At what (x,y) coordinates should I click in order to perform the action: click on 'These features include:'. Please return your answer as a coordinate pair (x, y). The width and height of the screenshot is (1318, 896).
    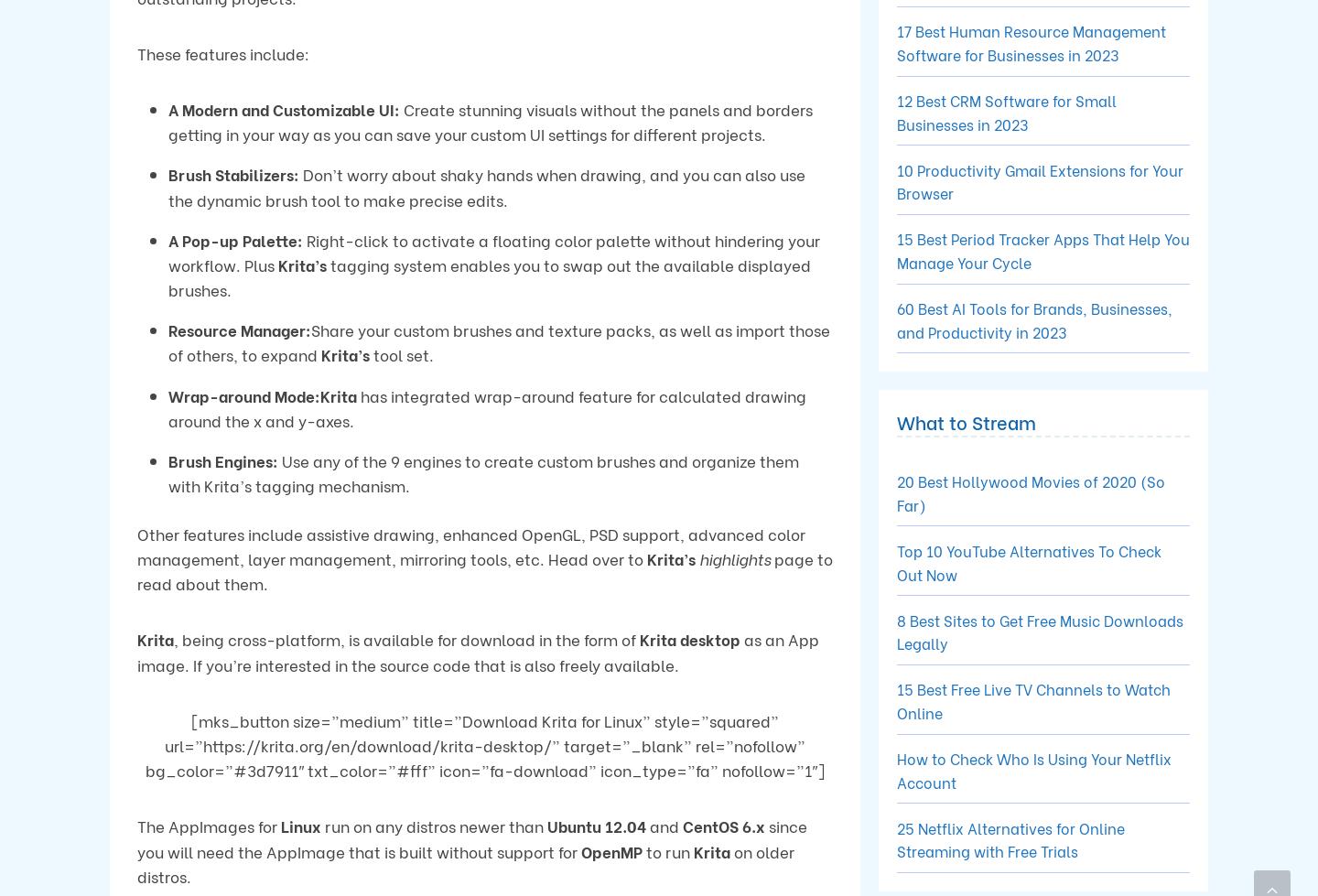
    Looking at the image, I should click on (221, 52).